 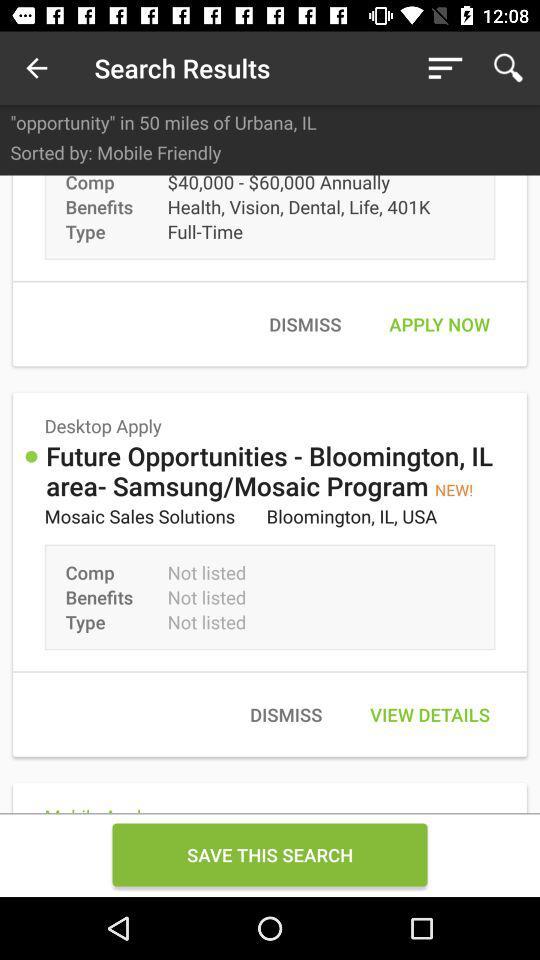 What do you see at coordinates (36, 68) in the screenshot?
I see `the icon next to the search results` at bounding box center [36, 68].